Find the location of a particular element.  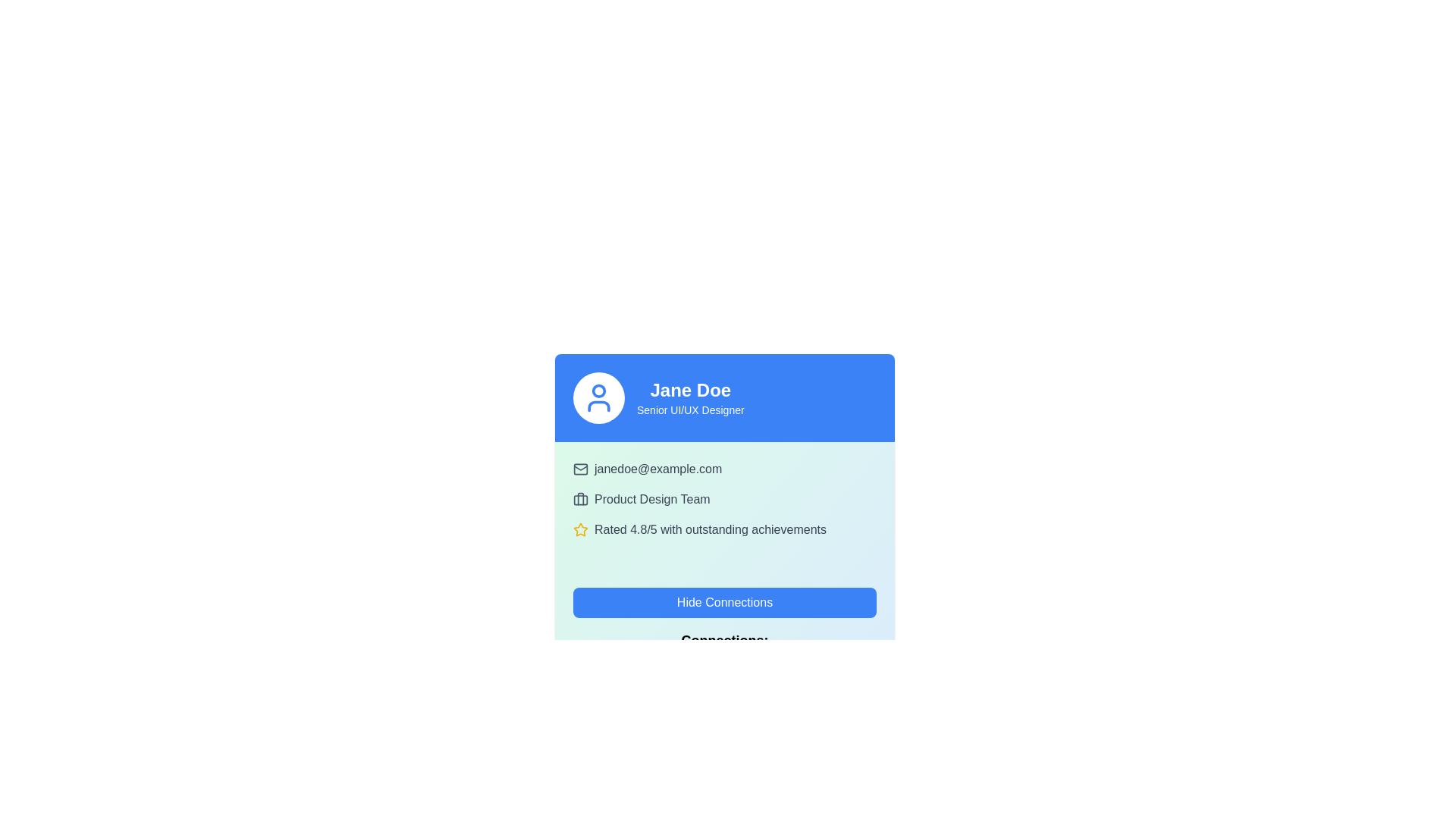

the Static Text Label displaying 'Product Design Team', which is positioned next to a briefcase icon in a horizontal group layout is located at coordinates (652, 500).